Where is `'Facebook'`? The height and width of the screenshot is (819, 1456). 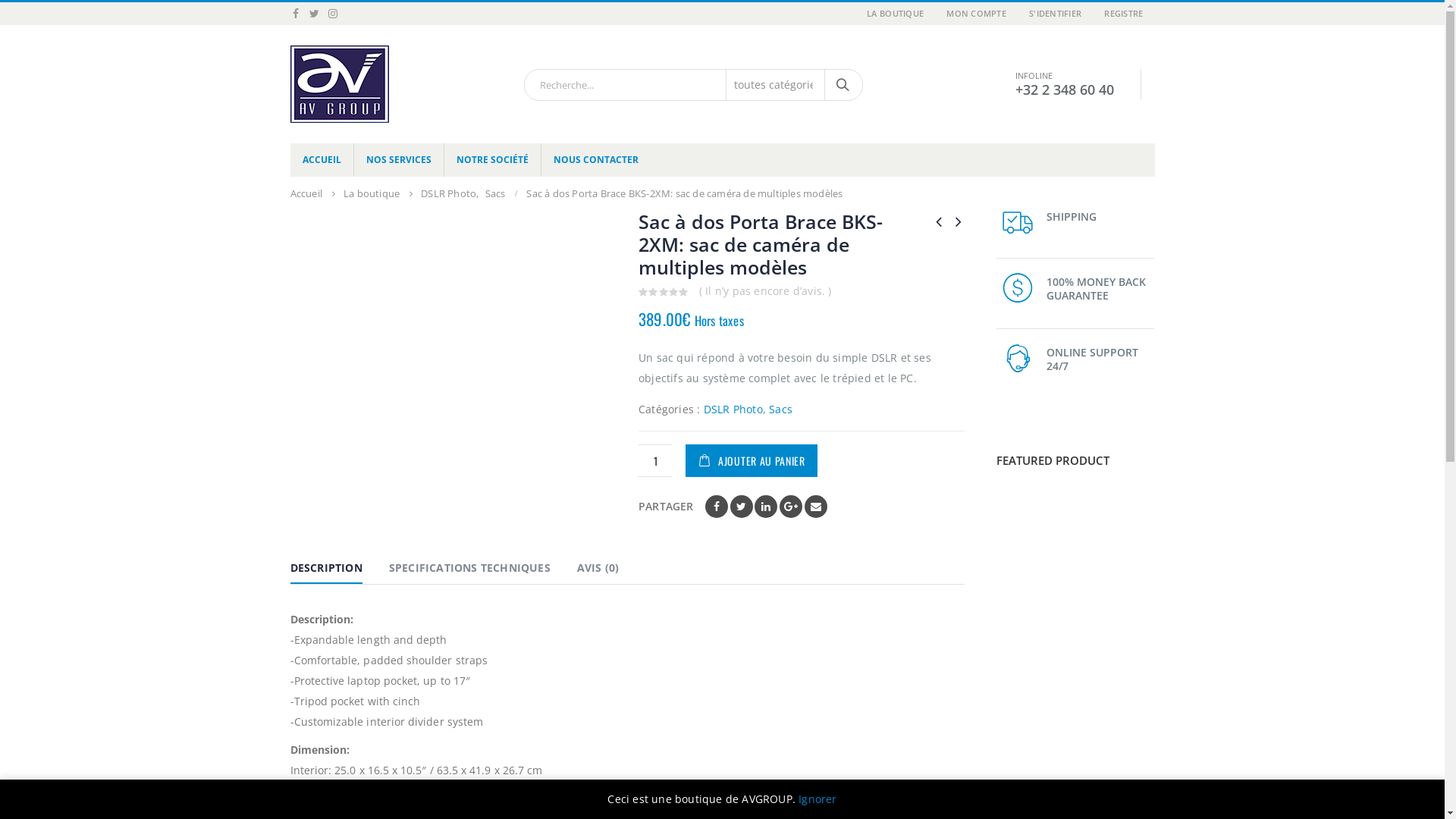 'Facebook' is located at coordinates (716, 506).